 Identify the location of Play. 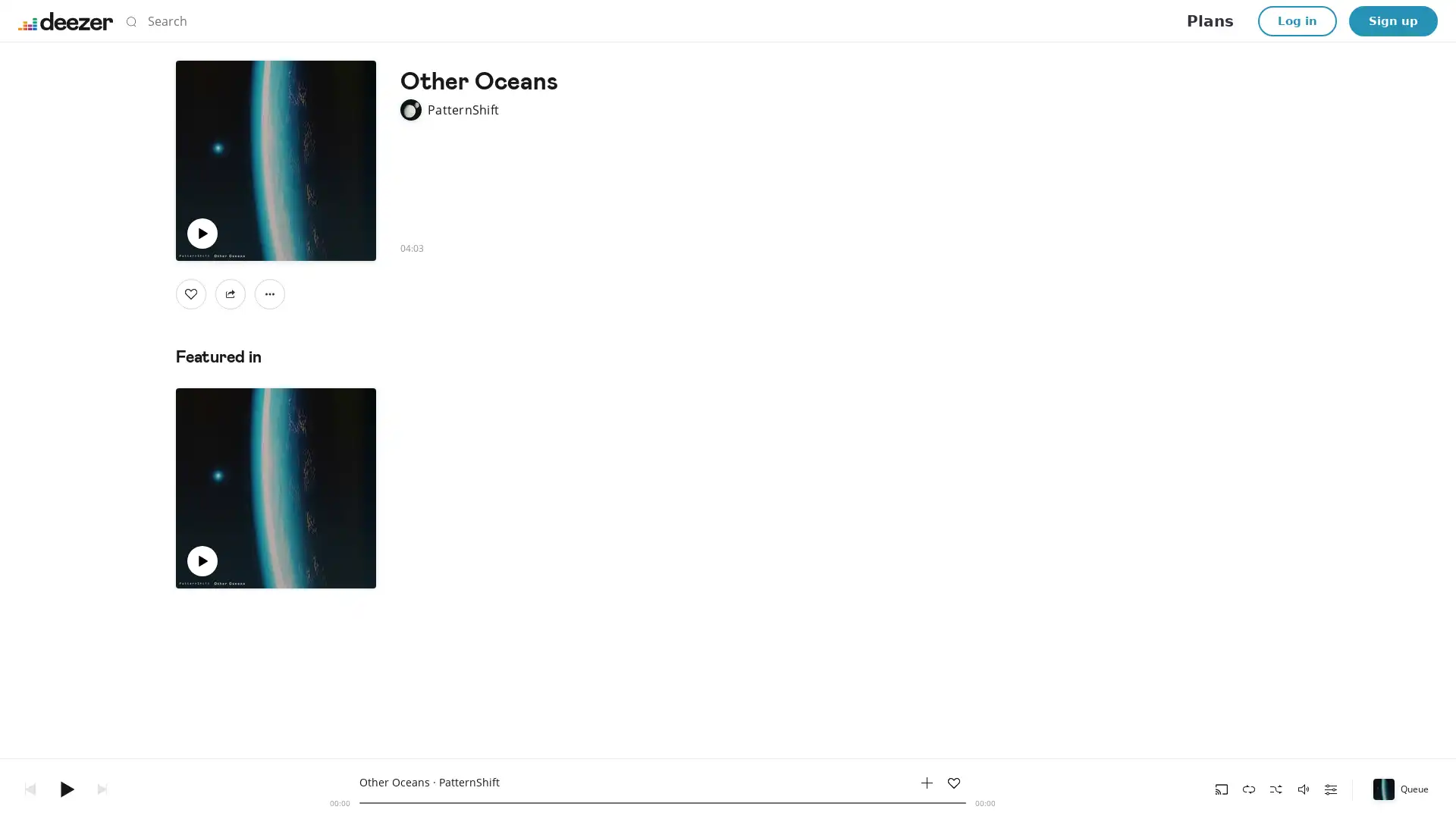
(202, 561).